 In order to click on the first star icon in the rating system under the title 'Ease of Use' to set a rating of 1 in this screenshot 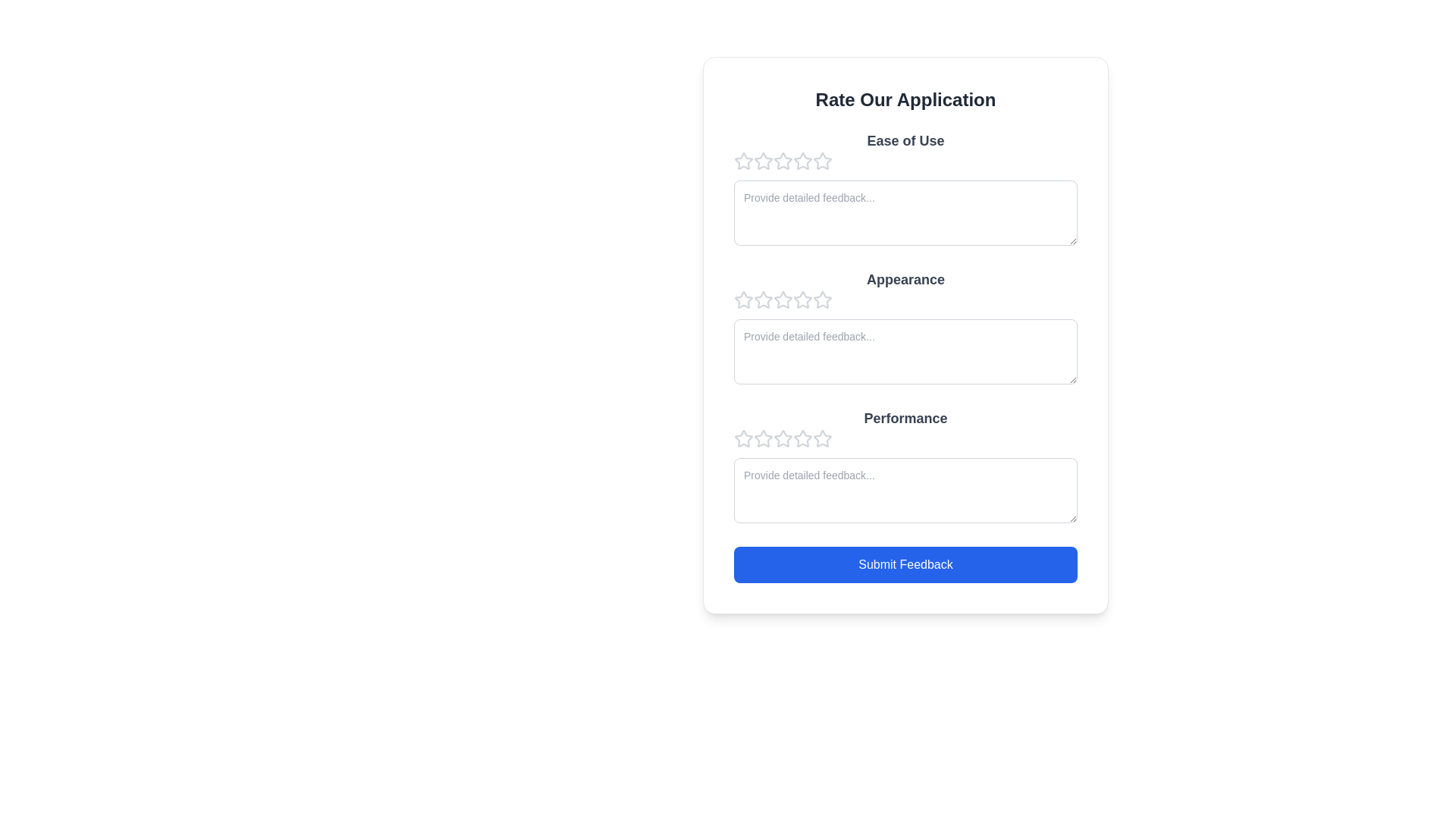, I will do `click(743, 161)`.